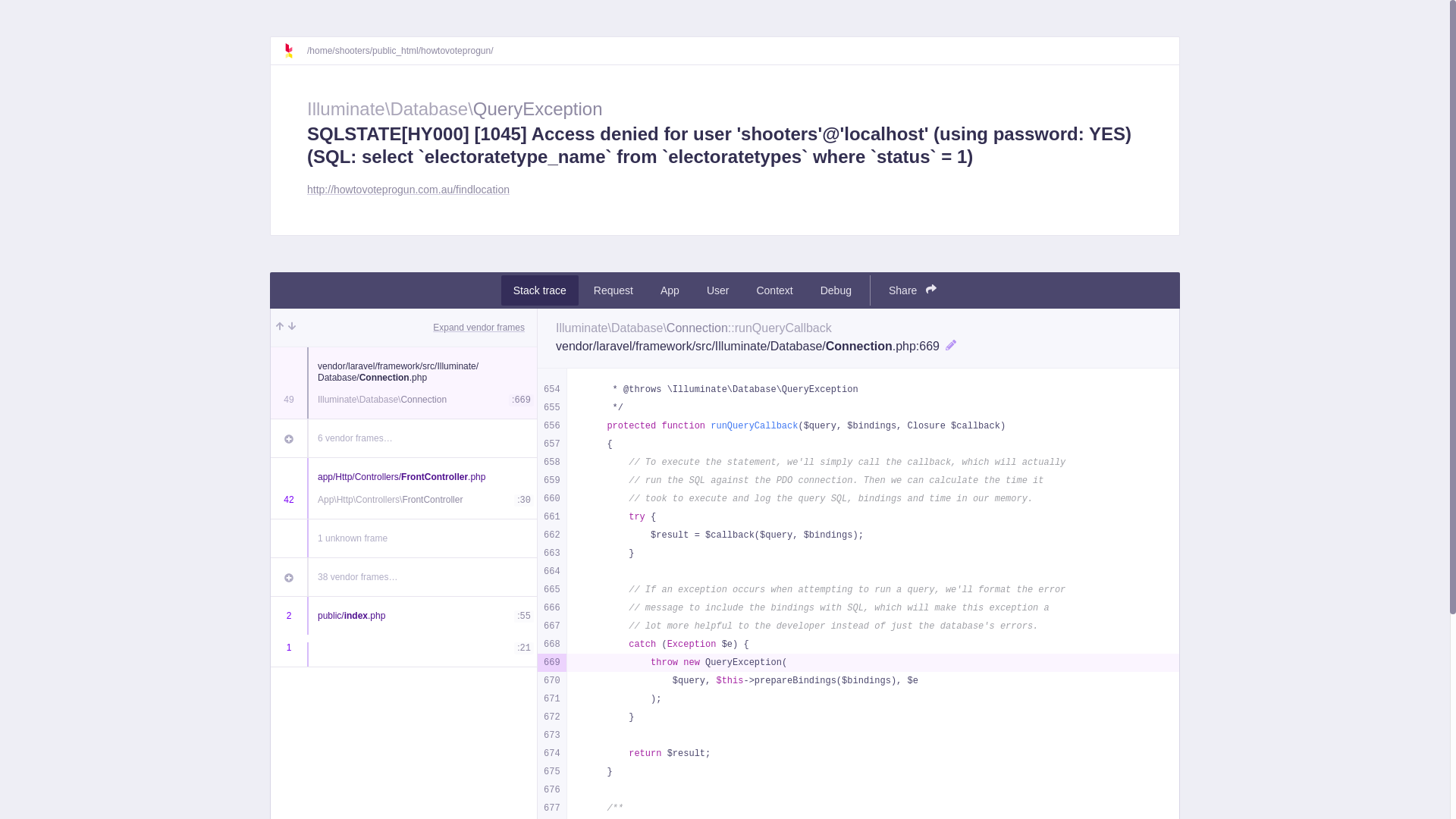  I want to click on 'Share', so click(912, 290).